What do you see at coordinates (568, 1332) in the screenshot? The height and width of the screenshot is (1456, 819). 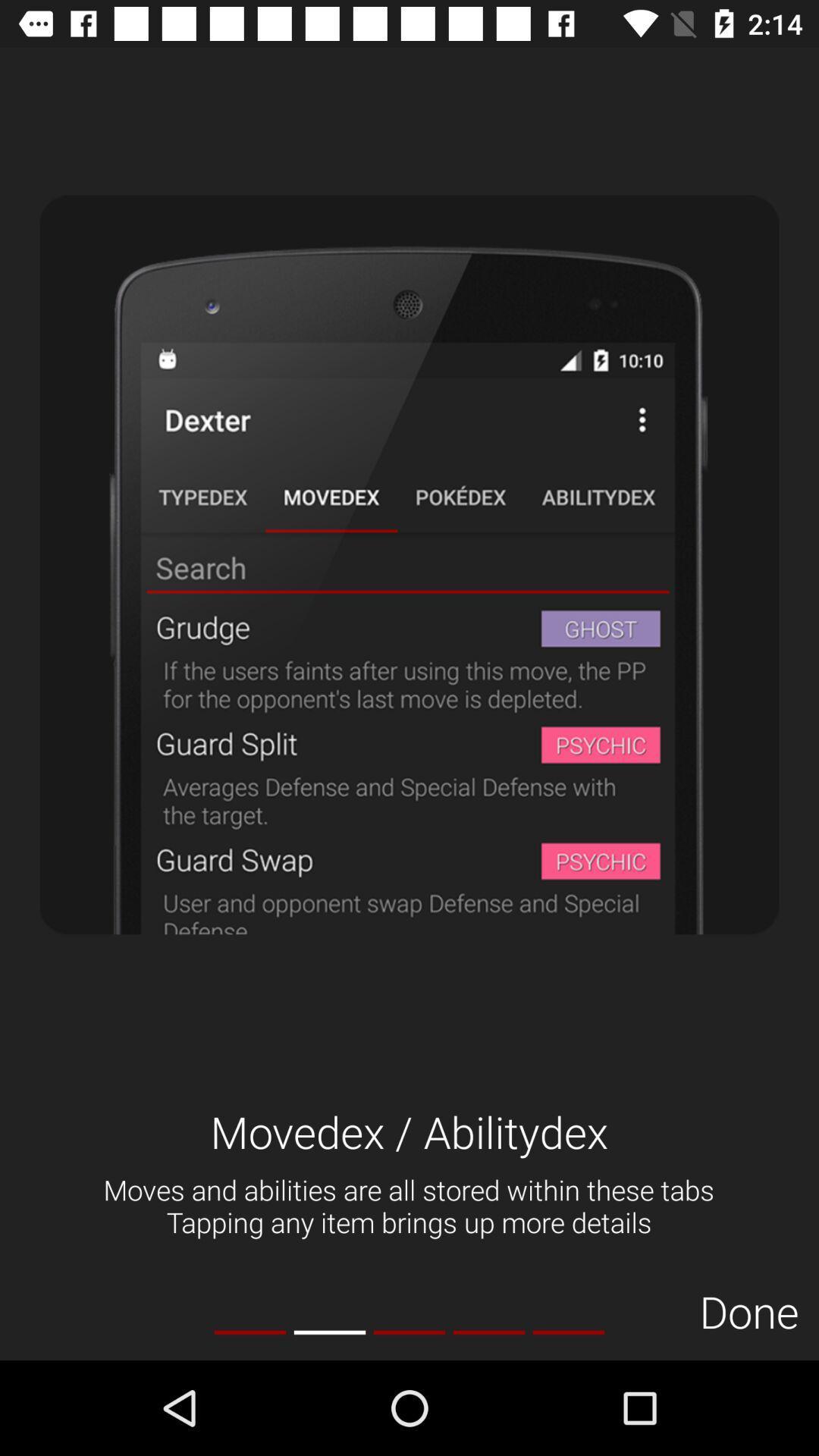 I see `icon below moves and abilities app` at bounding box center [568, 1332].